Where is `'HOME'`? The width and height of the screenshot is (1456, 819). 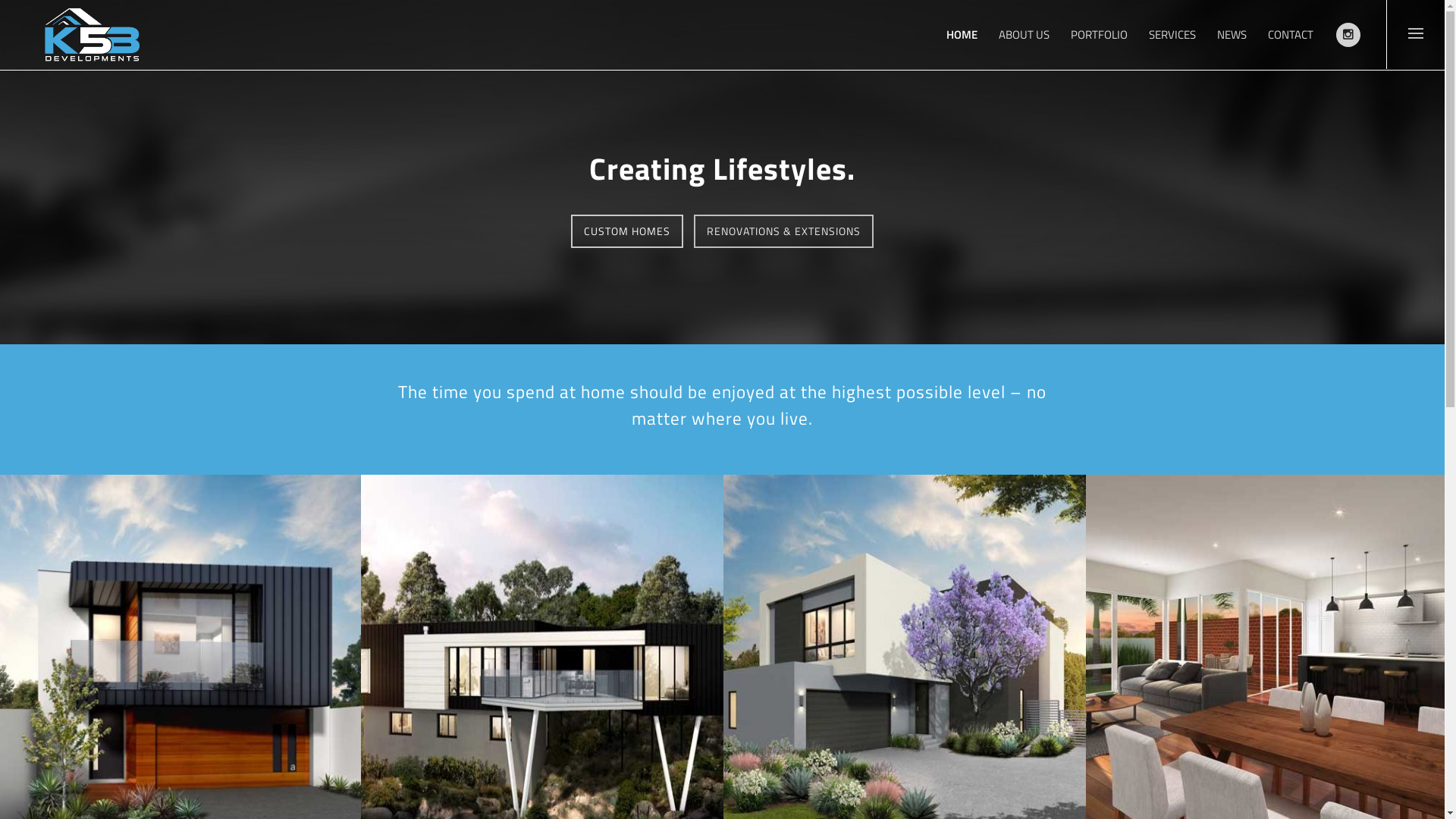 'HOME' is located at coordinates (961, 34).